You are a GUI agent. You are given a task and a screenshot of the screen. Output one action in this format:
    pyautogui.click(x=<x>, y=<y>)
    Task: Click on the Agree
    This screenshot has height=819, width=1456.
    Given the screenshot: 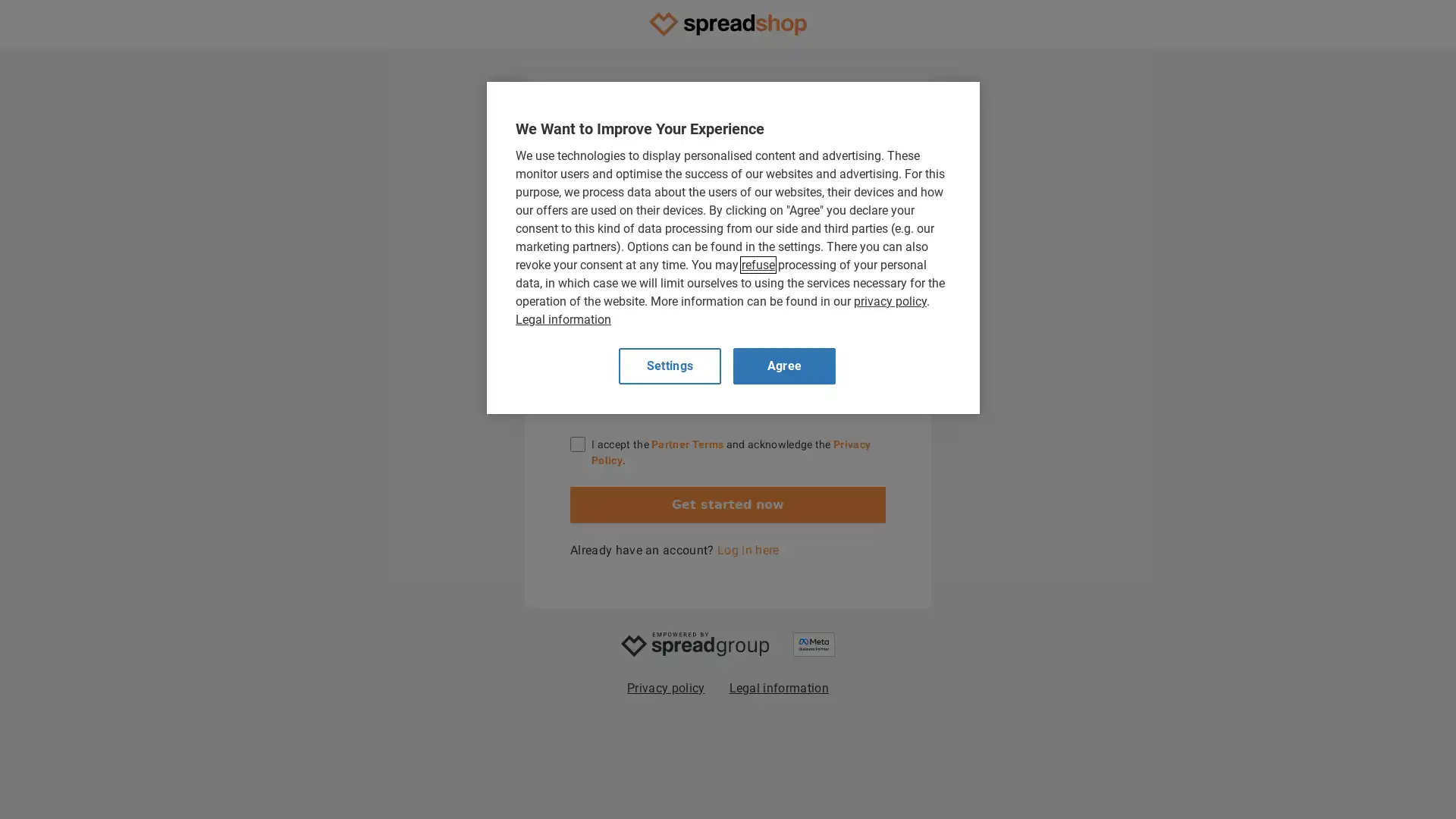 What is the action you would take?
    pyautogui.click(x=784, y=366)
    